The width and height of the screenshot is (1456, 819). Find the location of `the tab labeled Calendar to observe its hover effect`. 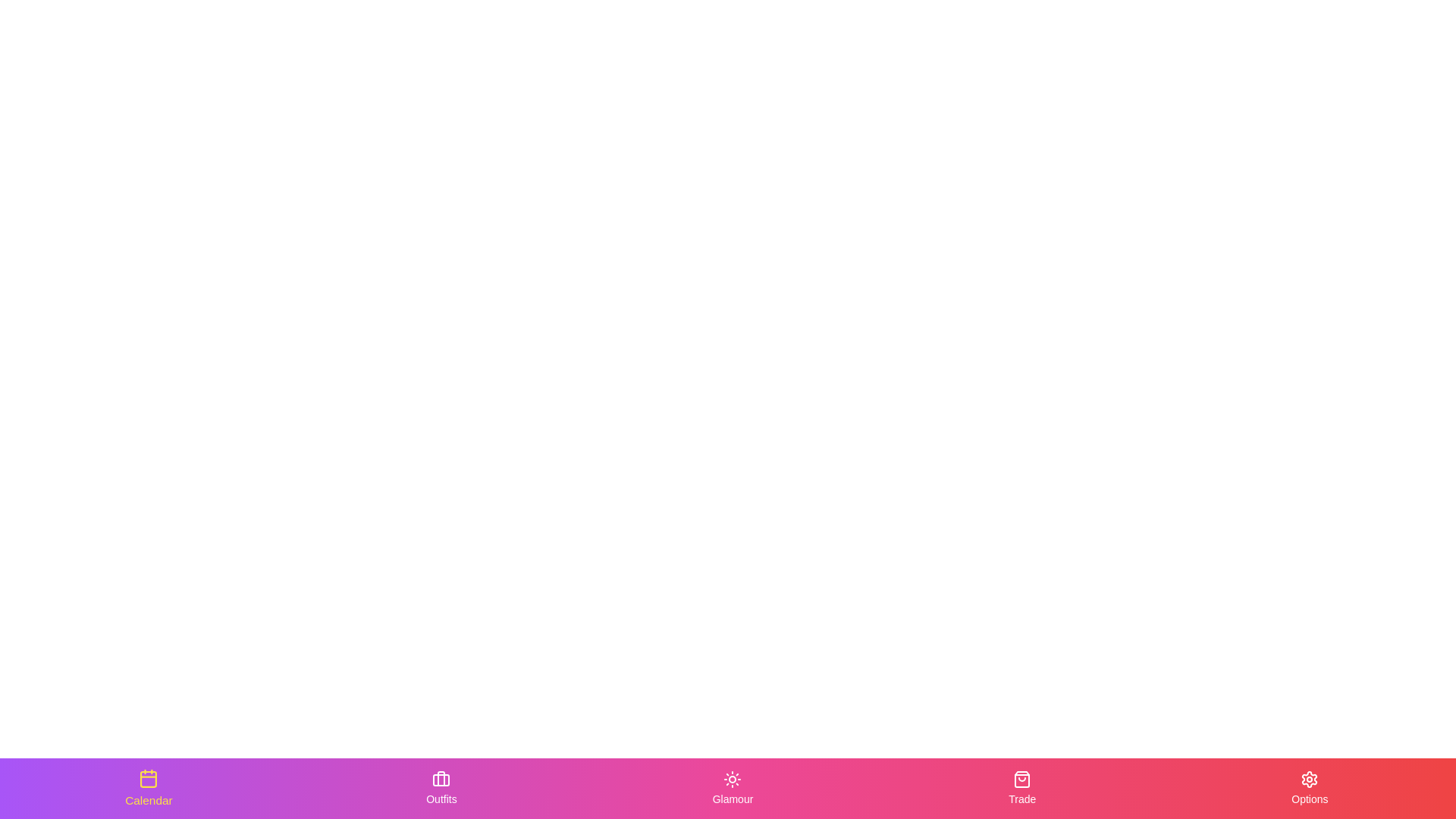

the tab labeled Calendar to observe its hover effect is located at coordinates (149, 788).